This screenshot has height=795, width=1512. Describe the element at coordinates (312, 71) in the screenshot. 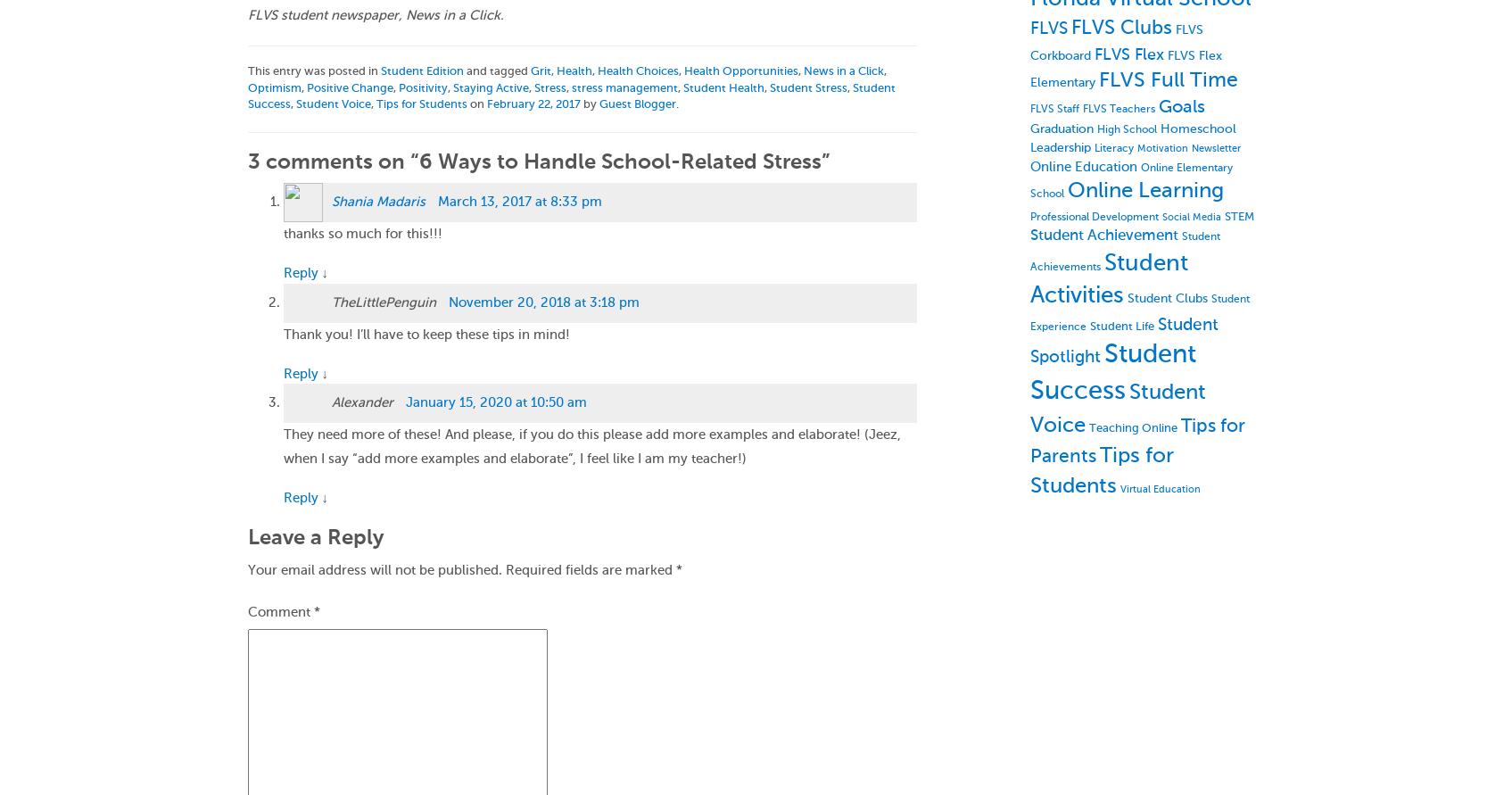

I see `'This entry was posted in'` at that location.